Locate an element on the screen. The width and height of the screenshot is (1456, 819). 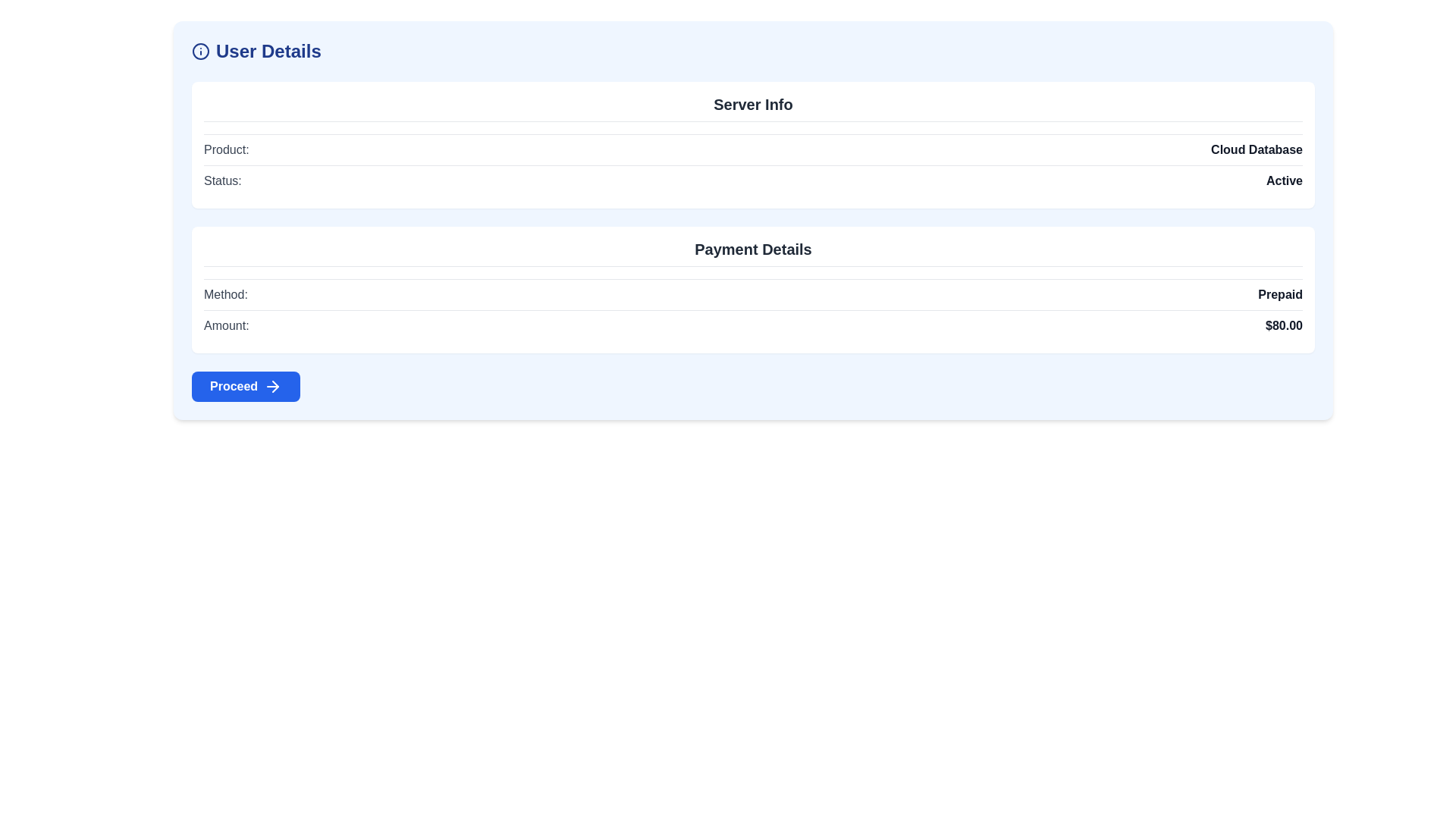
the text label displaying 'Method:' which is a slightly bold, medium-gray font and is aligned on the left side above 'Prepaid' in the 'Payment Details' section is located at coordinates (224, 295).